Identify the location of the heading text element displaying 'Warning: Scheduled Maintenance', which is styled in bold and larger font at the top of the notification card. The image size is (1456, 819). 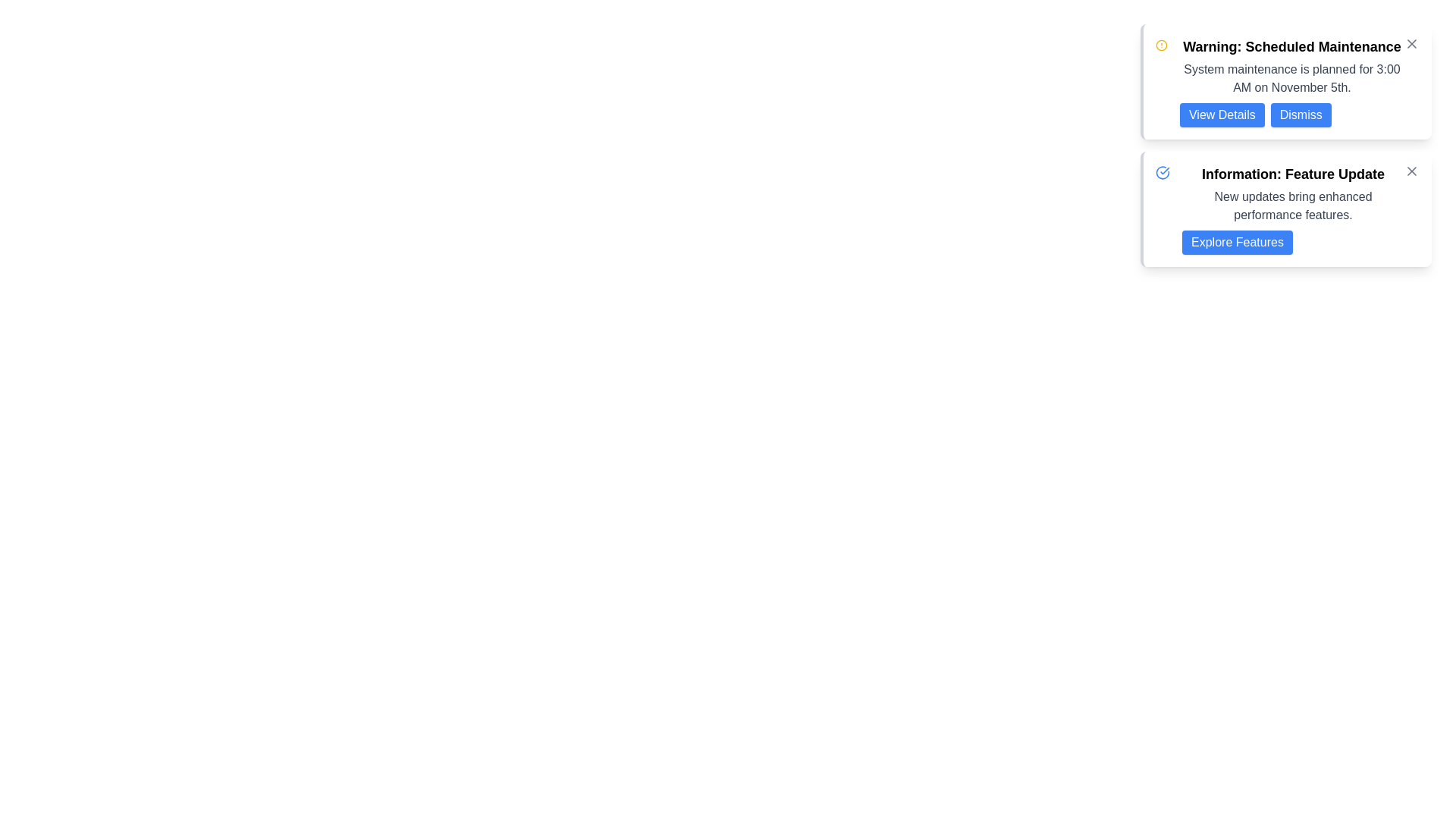
(1291, 45).